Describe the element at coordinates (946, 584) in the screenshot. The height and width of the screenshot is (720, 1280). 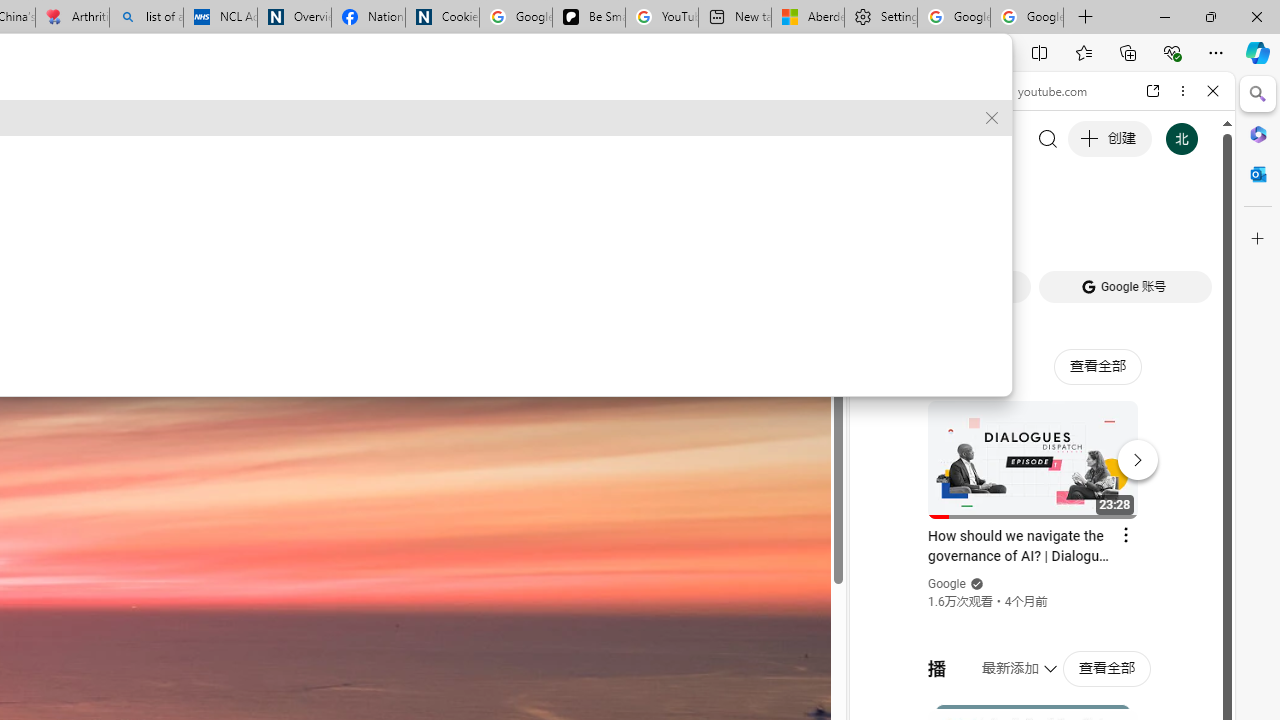
I see `'Google'` at that location.